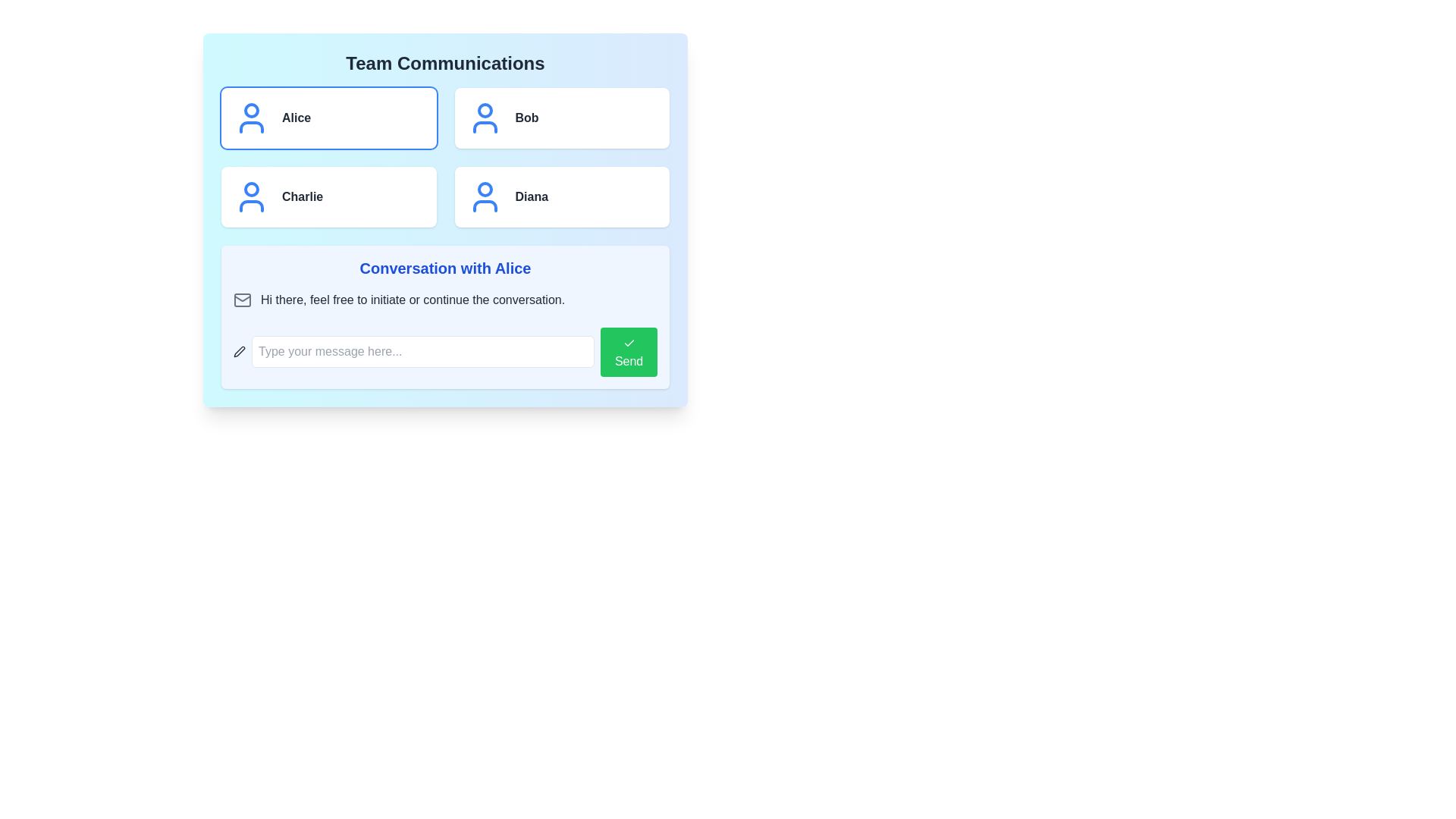 The image size is (1456, 819). I want to click on the decorative SVG circle that represents the user's head in the avatar icon, so click(484, 189).